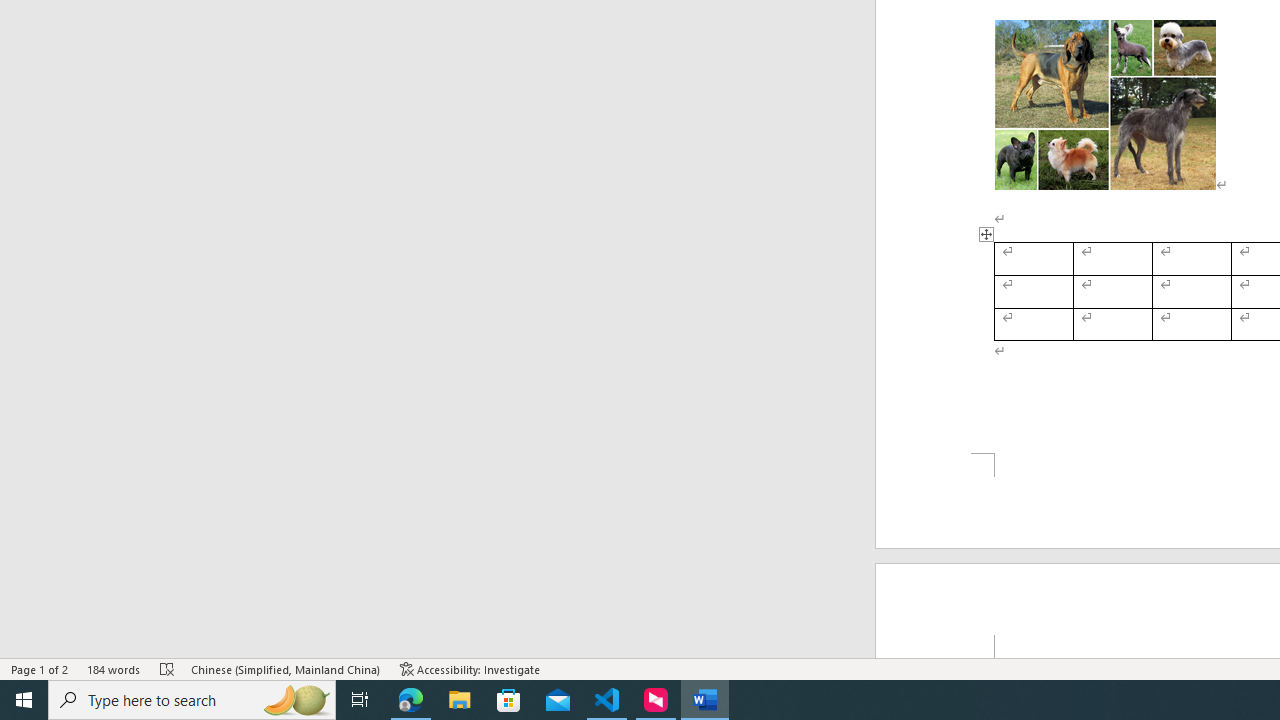 The height and width of the screenshot is (720, 1280). I want to click on 'File Explorer', so click(459, 698).